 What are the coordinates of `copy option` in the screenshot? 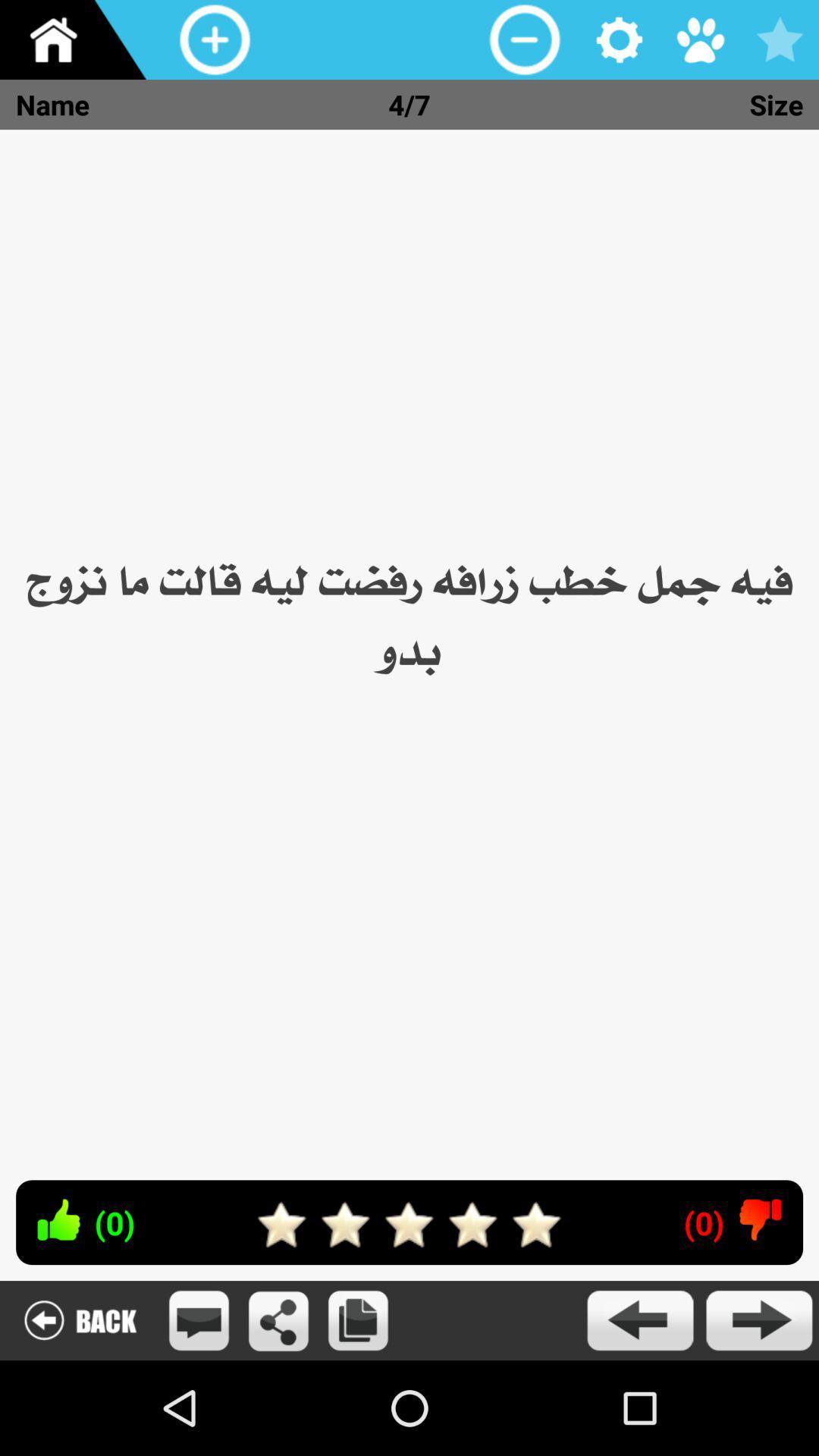 It's located at (358, 1319).